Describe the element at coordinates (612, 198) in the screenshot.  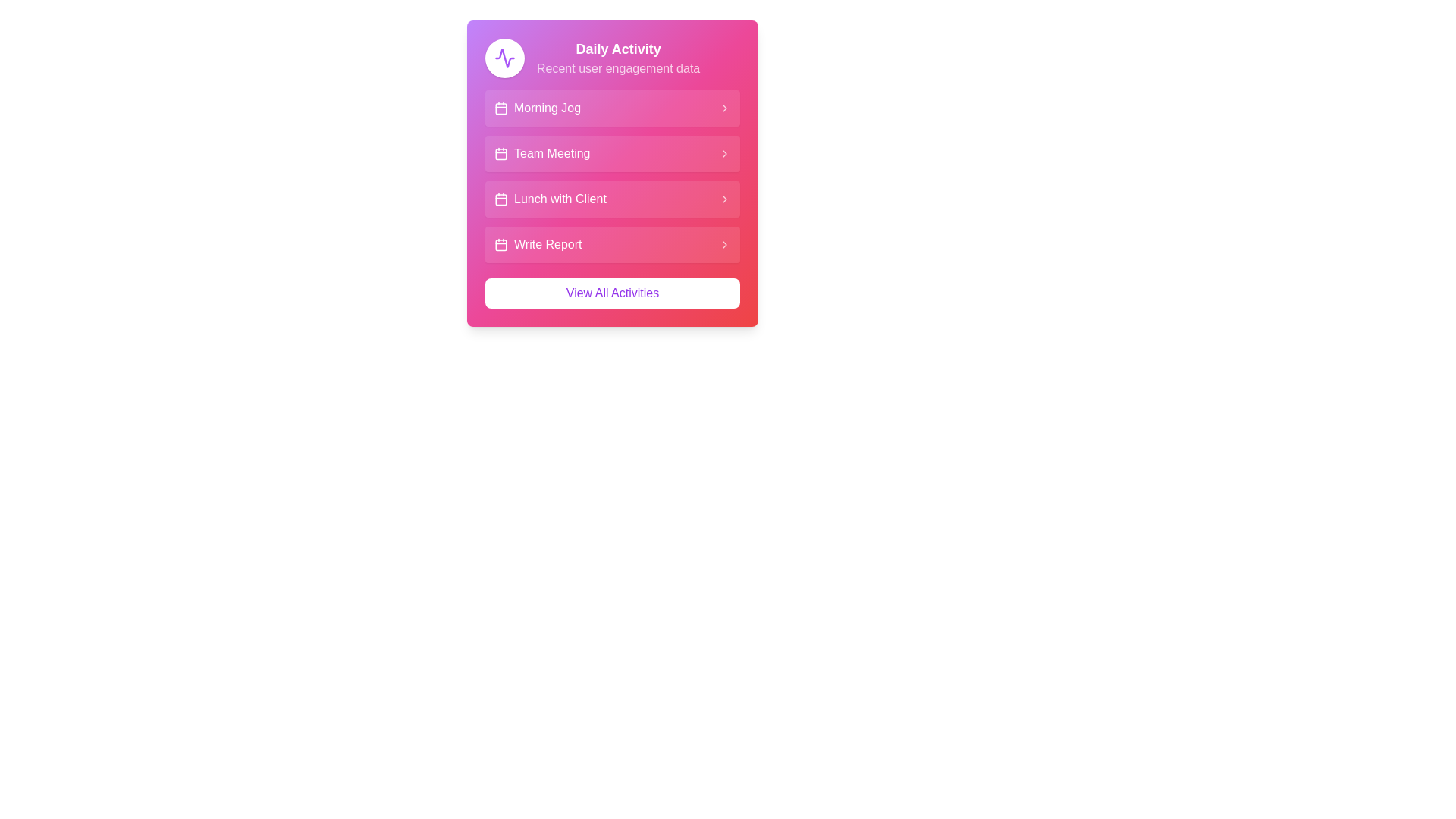
I see `the third item in the 'Daily Activity' list, which represents the 'Lunch with Client' event` at that location.